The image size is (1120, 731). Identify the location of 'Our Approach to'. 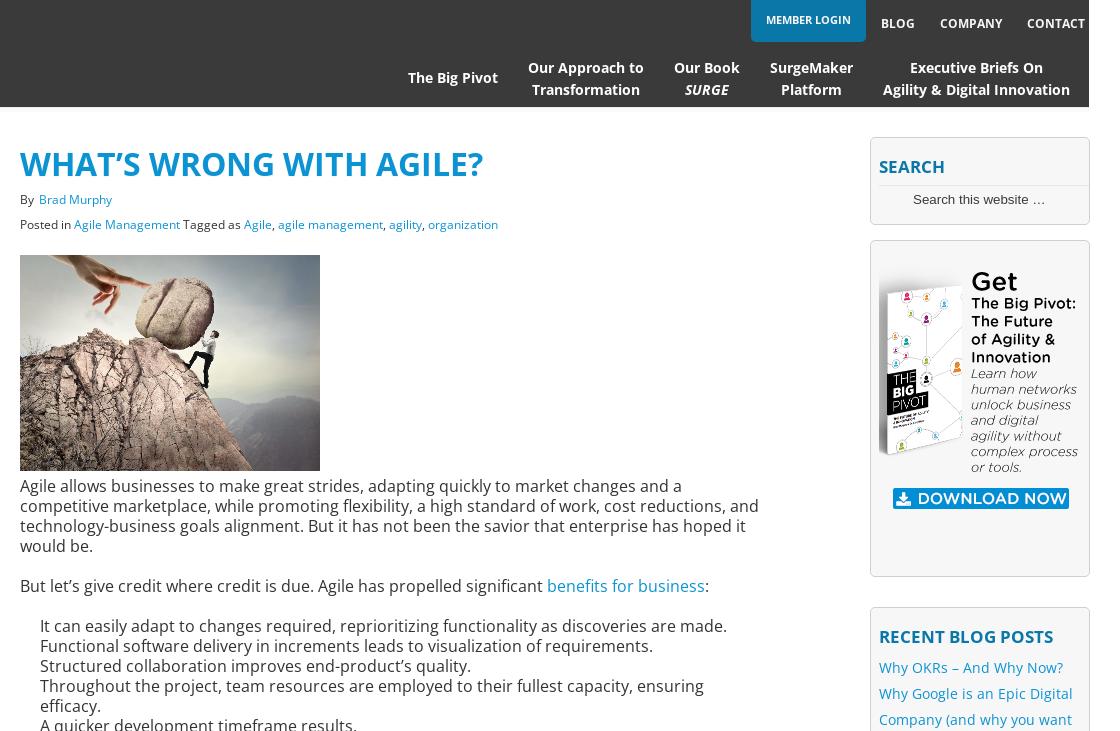
(584, 66).